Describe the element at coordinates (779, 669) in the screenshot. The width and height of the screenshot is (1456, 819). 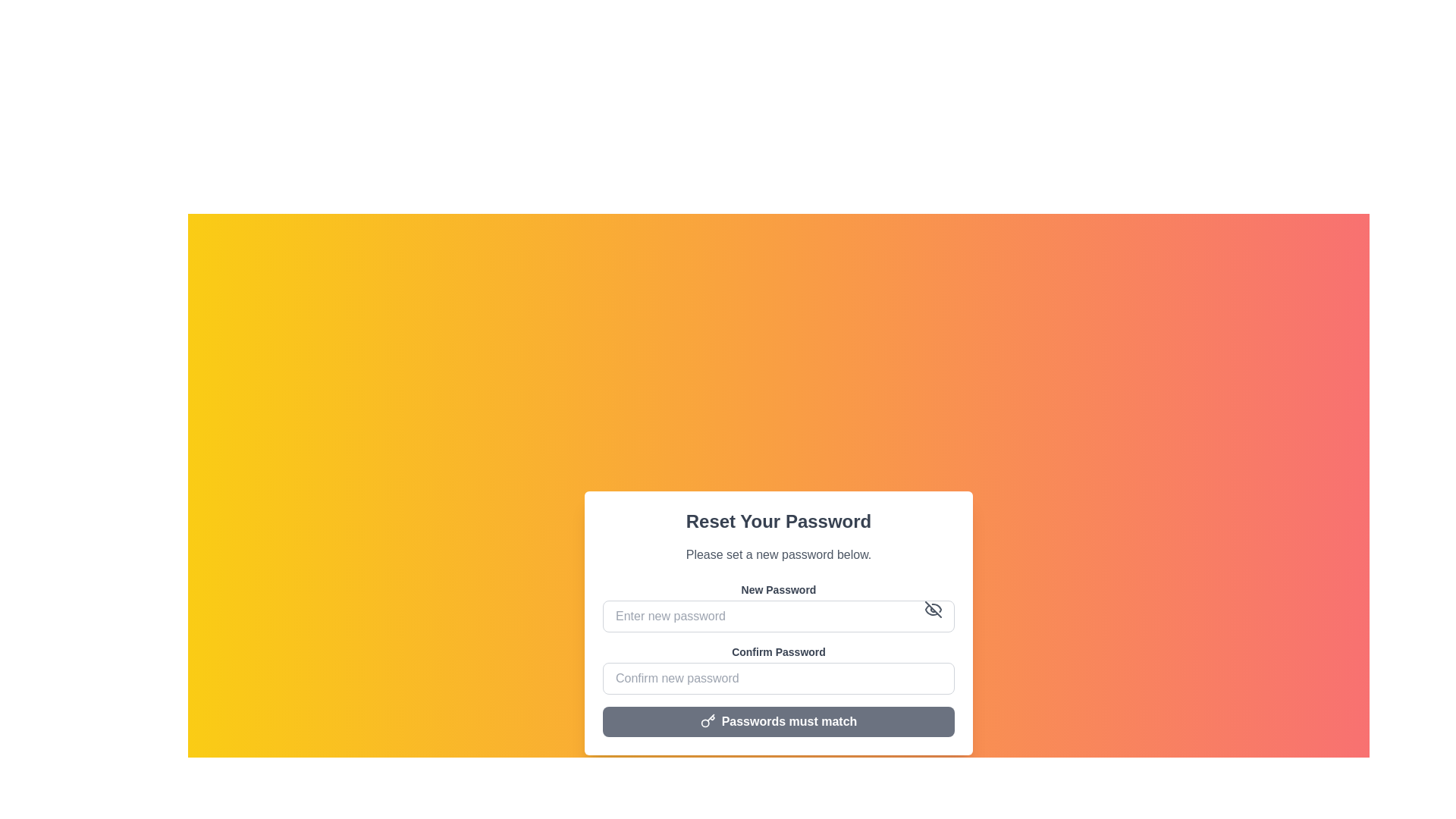
I see `the 'Confirm Password' input field, which features a light gray border and a placeholder reading 'Confirm new password', to observe potential interactive effects` at that location.